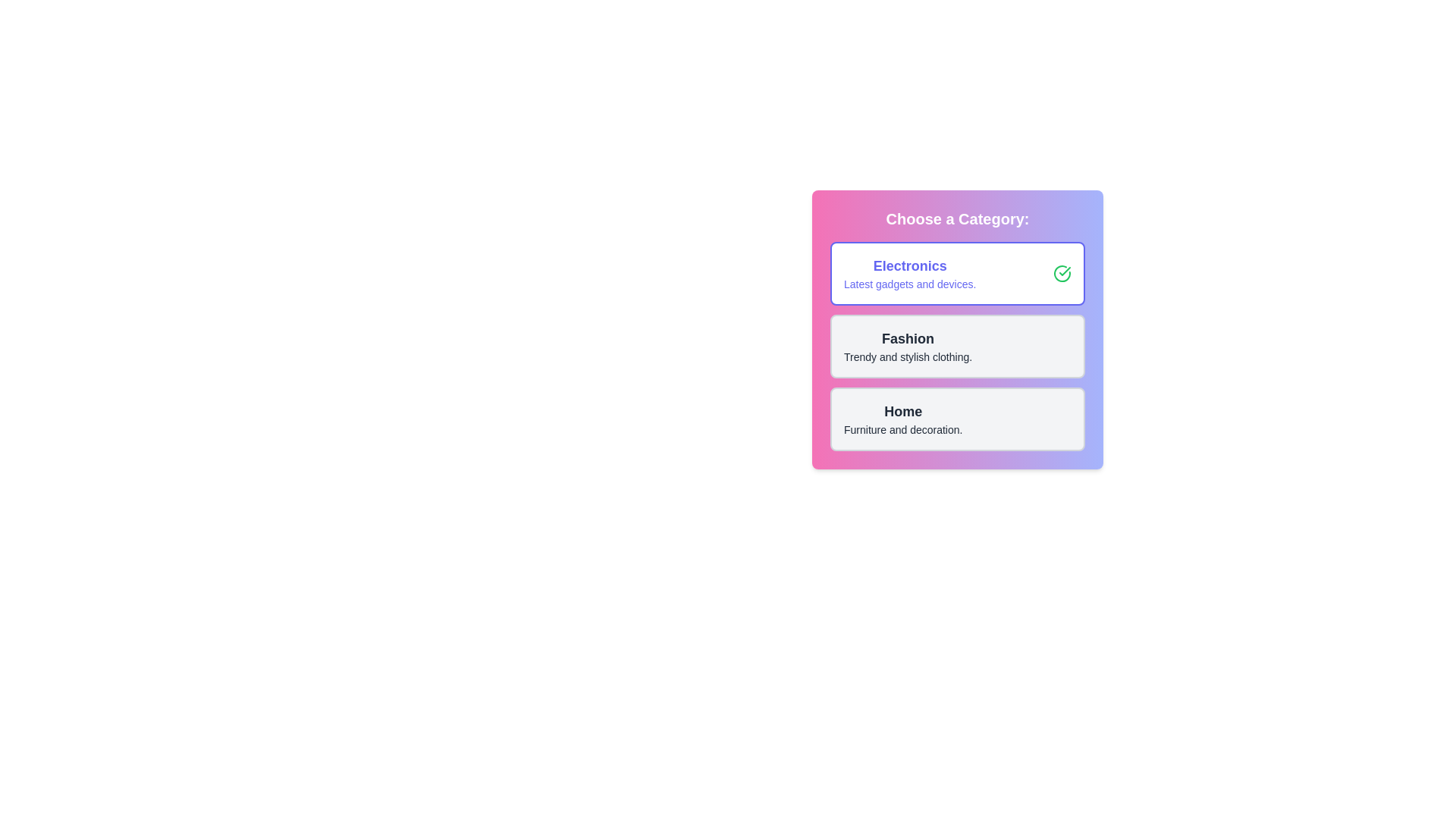 Image resolution: width=1456 pixels, height=819 pixels. I want to click on the 'Electronics' text label, which serves as a selectable category header in the first position of a vertical list of category selections, so click(910, 265).